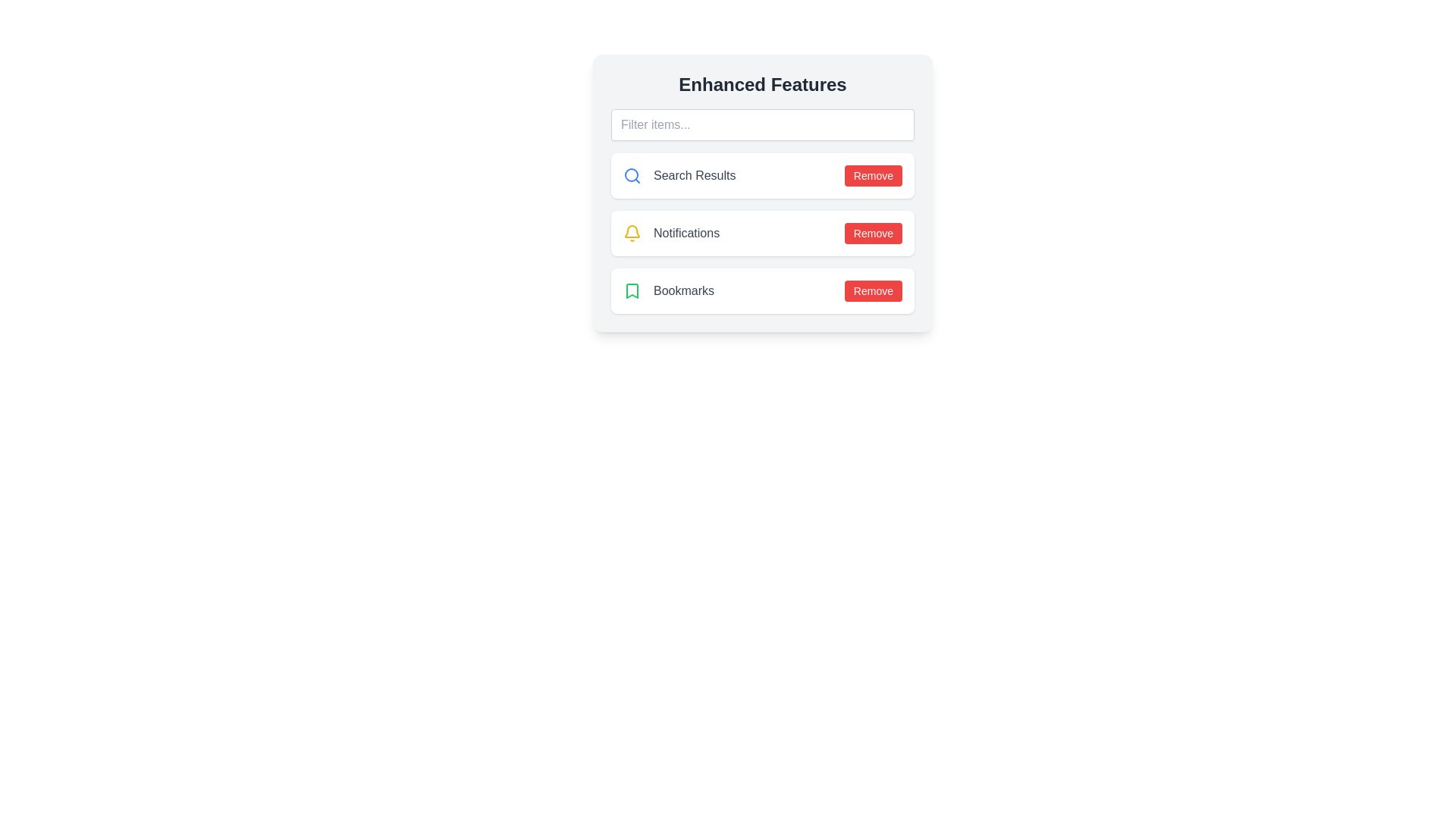 Image resolution: width=1456 pixels, height=819 pixels. I want to click on 'Remove' button for the Search Results item, so click(874, 174).